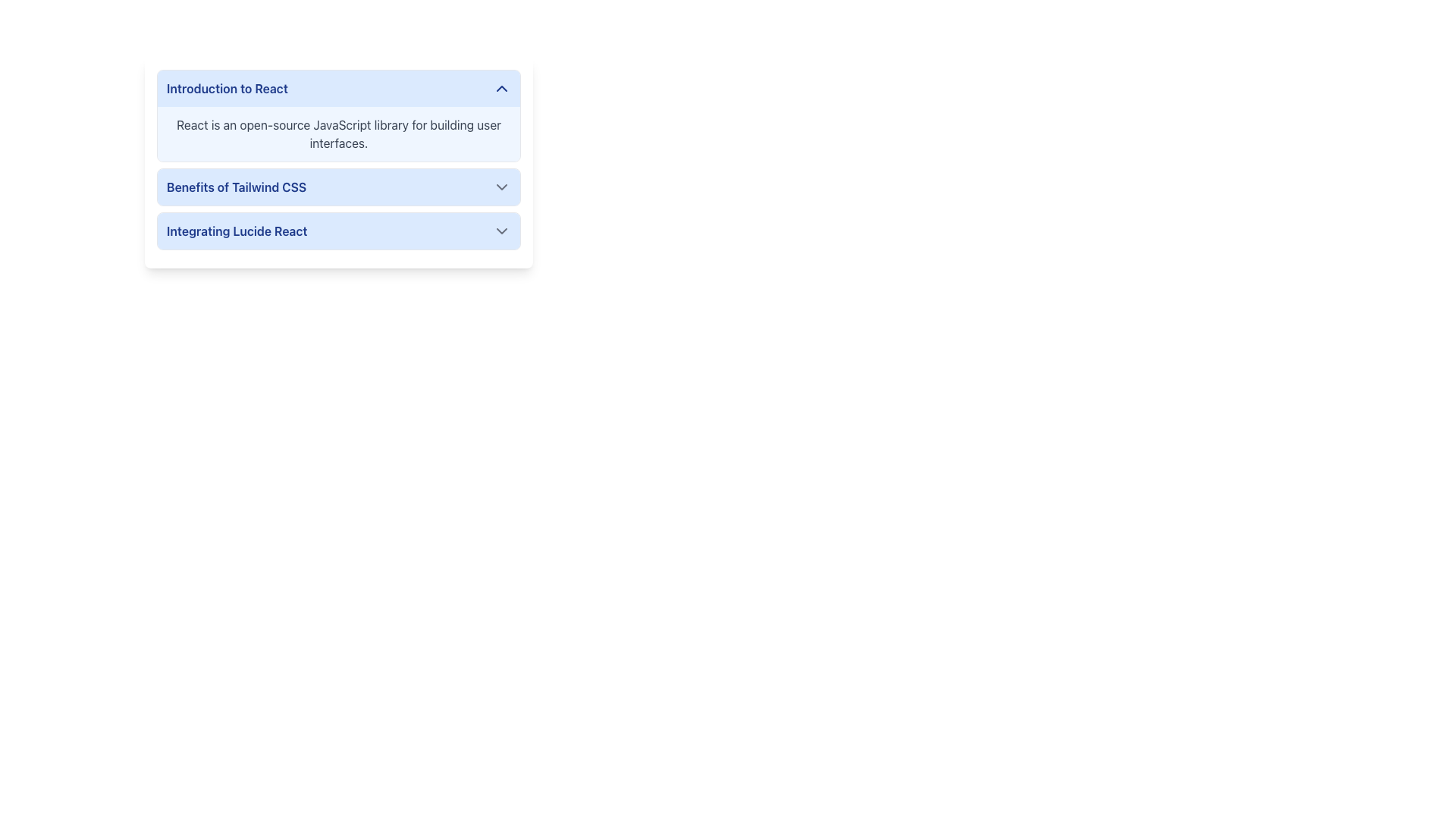 The image size is (1456, 819). What do you see at coordinates (337, 133) in the screenshot?
I see `the static text block providing informative content about React, located beneath the 'Introduction to React' header` at bounding box center [337, 133].